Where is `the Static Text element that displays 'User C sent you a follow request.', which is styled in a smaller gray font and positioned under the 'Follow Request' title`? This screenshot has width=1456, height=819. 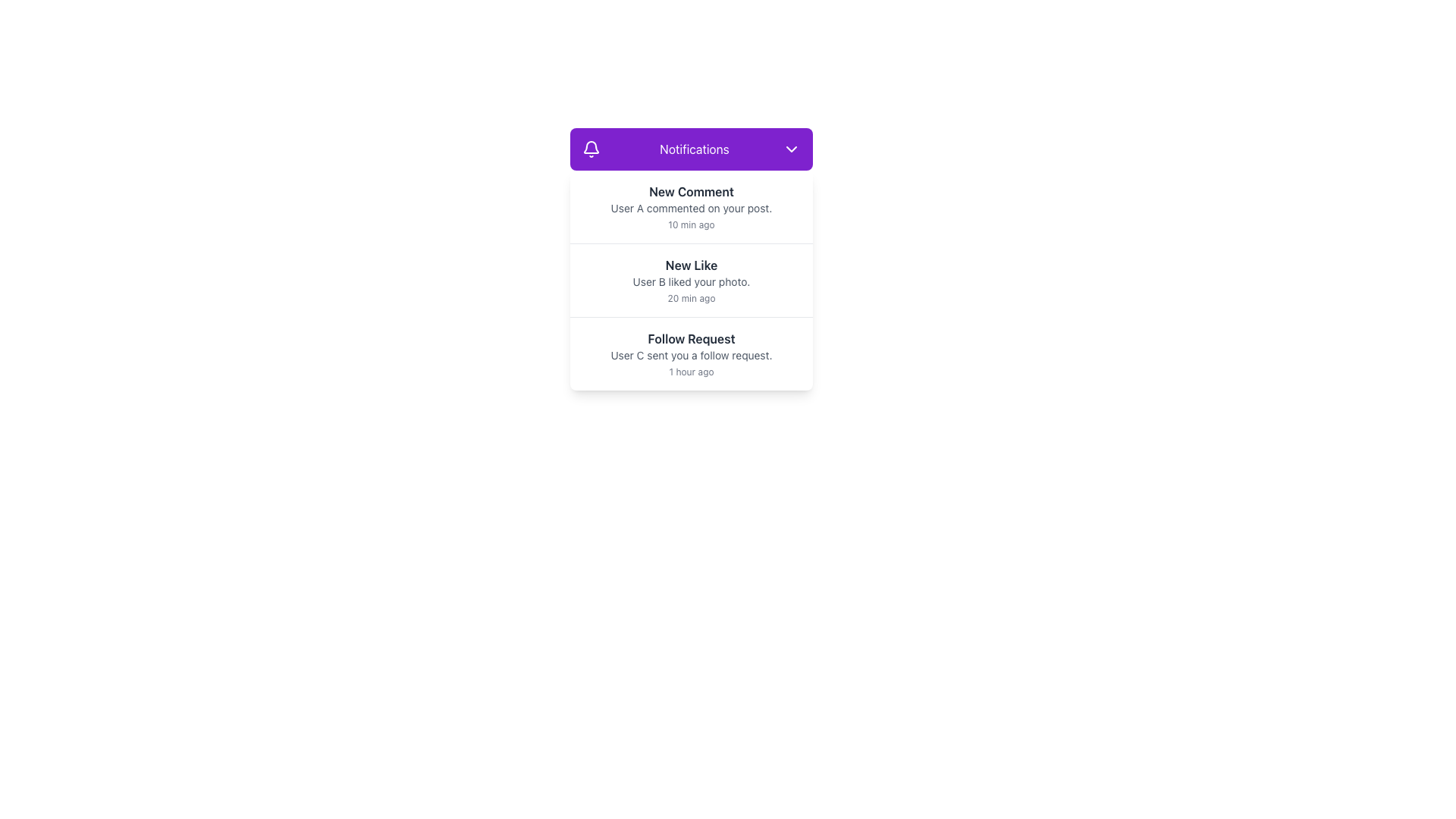 the Static Text element that displays 'User C sent you a follow request.', which is styled in a smaller gray font and positioned under the 'Follow Request' title is located at coordinates (691, 356).